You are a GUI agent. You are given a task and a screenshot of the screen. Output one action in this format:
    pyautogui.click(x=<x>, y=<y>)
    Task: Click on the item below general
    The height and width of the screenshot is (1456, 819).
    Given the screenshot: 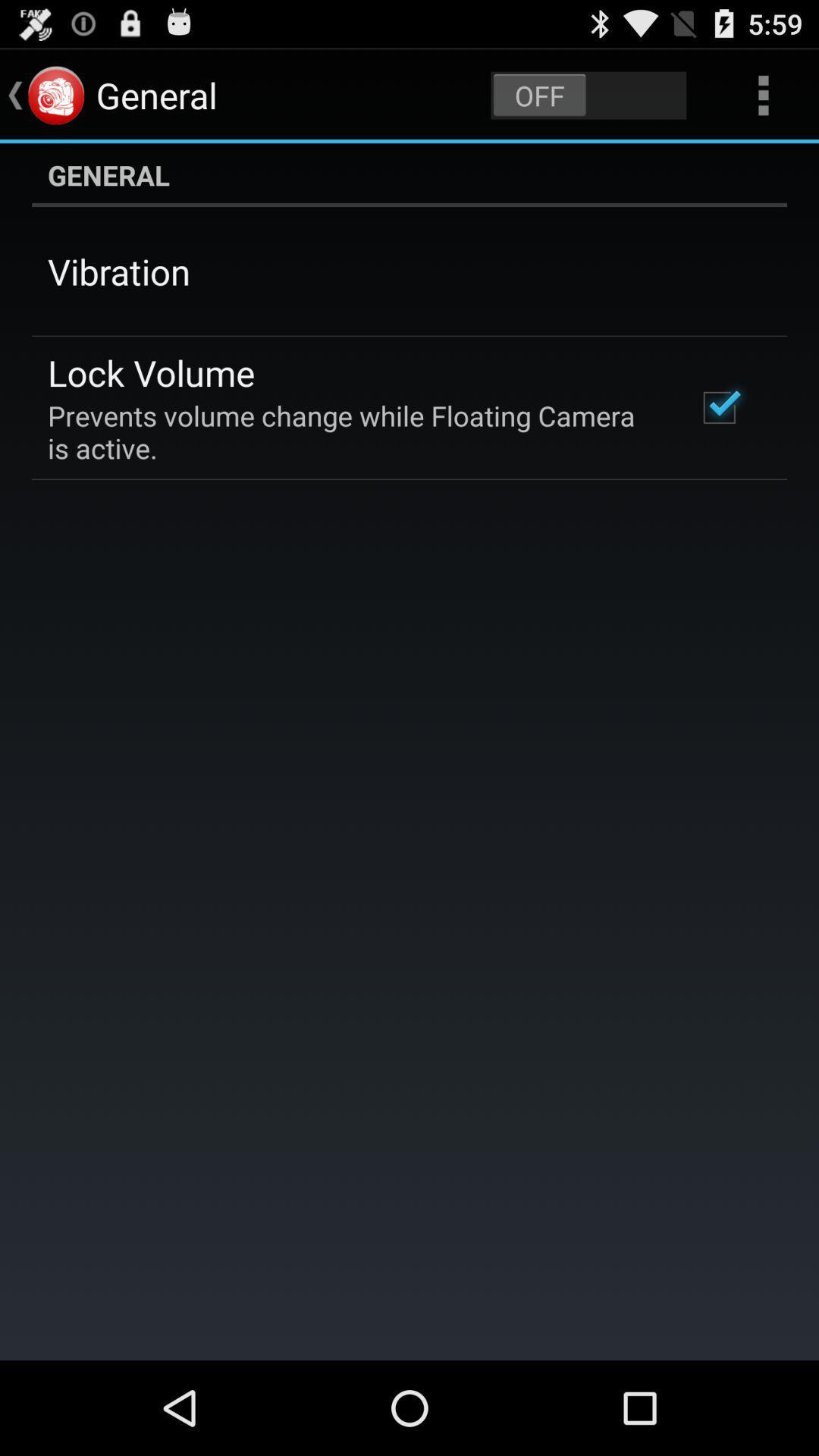 What is the action you would take?
    pyautogui.click(x=118, y=271)
    